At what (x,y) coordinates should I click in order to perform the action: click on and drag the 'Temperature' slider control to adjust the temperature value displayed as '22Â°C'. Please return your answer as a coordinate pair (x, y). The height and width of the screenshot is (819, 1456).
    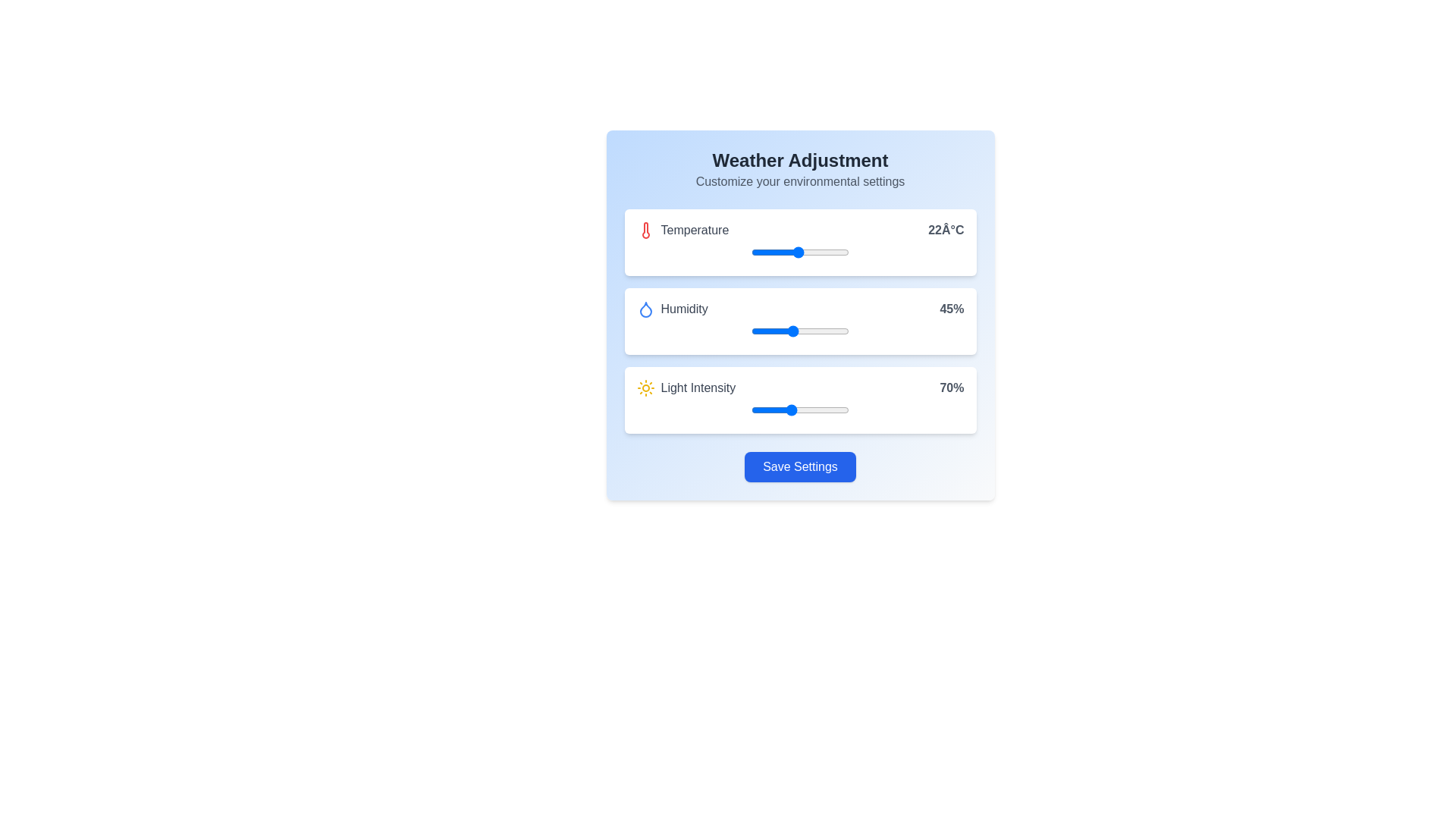
    Looking at the image, I should click on (799, 242).